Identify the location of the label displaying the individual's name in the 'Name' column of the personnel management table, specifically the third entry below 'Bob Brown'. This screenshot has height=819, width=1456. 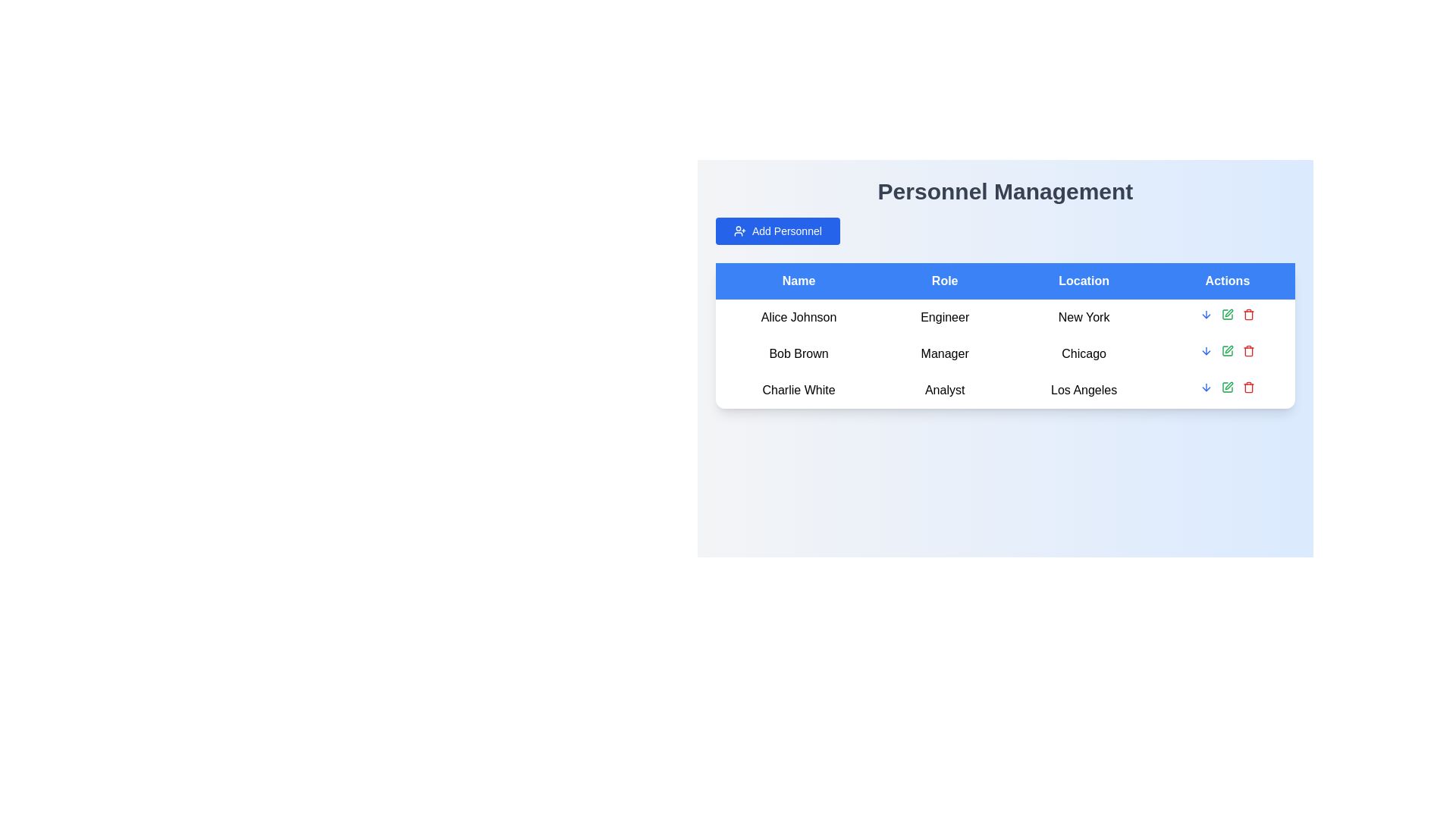
(798, 390).